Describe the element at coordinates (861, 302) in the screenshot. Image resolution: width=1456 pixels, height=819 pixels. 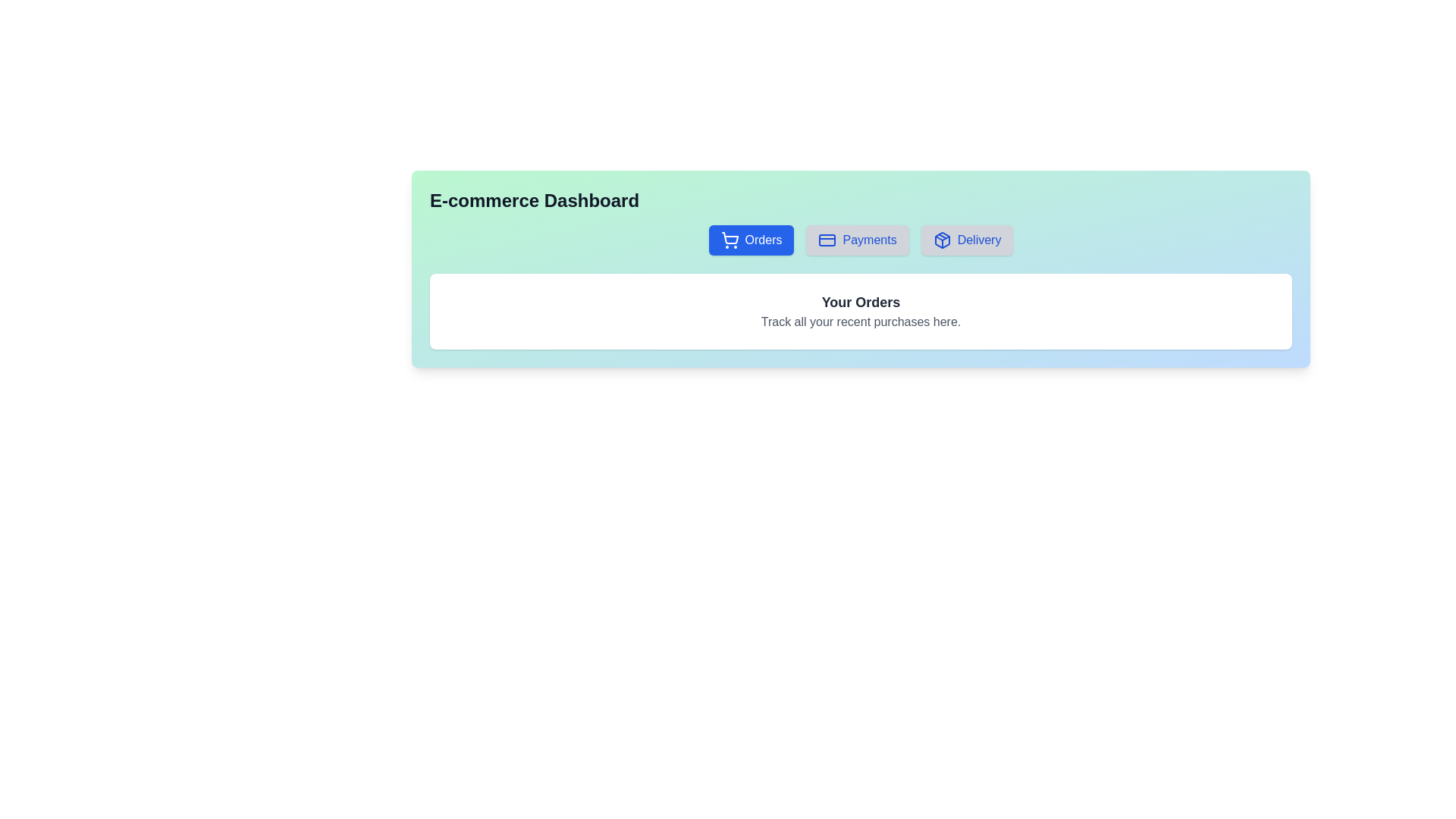
I see `the text label 'Your Orders', which is styled in bold black font and located in the middle of a white card-like section on the dashboard, just below the header buttons for 'Orders', 'Payments', and 'Delivery'` at that location.